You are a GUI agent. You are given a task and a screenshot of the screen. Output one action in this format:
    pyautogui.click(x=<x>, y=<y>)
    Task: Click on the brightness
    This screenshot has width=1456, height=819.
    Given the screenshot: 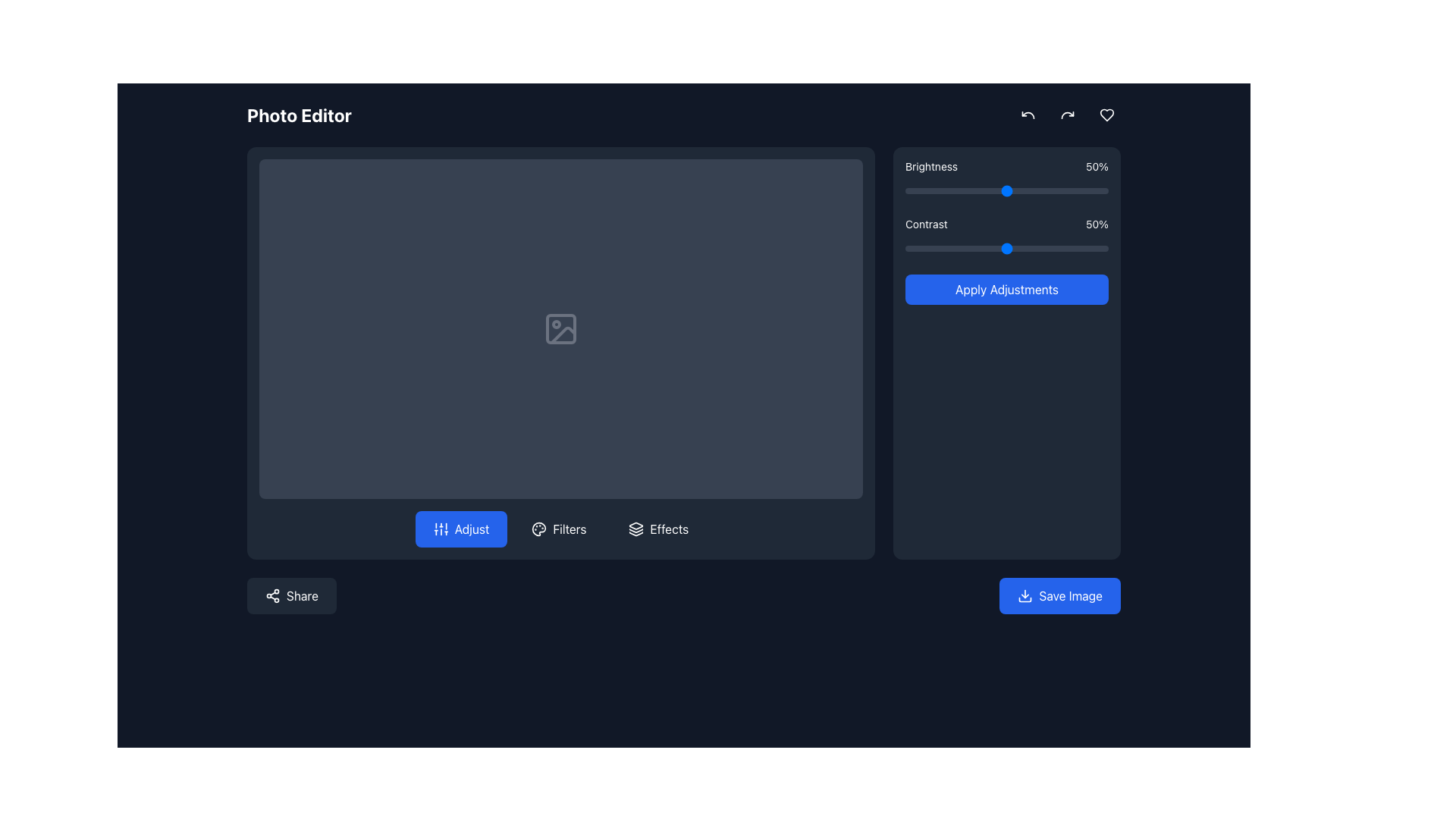 What is the action you would take?
    pyautogui.click(x=1044, y=190)
    